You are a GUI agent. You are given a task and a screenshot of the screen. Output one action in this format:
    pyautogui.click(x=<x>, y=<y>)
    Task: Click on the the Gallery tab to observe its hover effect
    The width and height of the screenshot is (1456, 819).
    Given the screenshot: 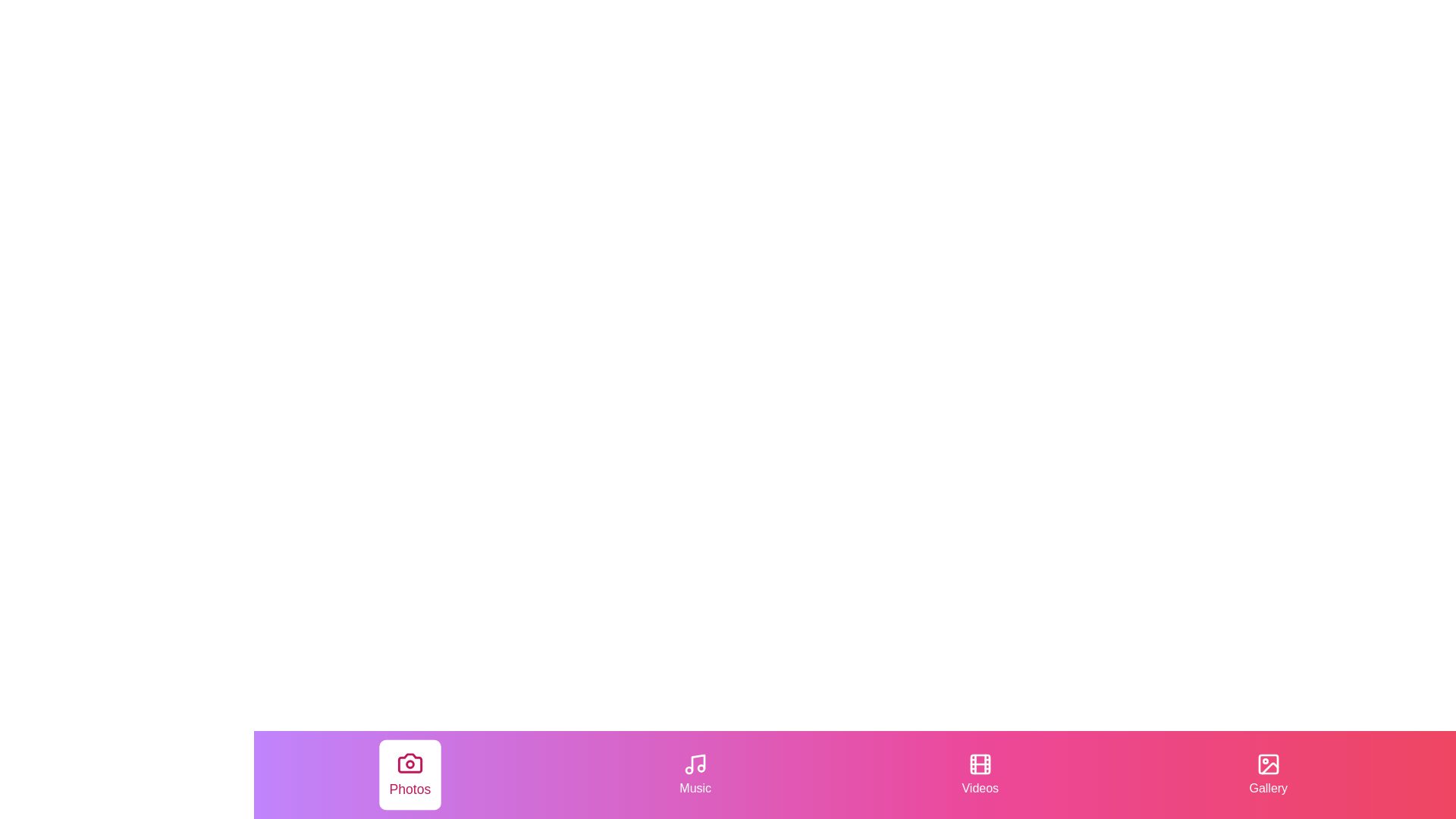 What is the action you would take?
    pyautogui.click(x=1268, y=775)
    